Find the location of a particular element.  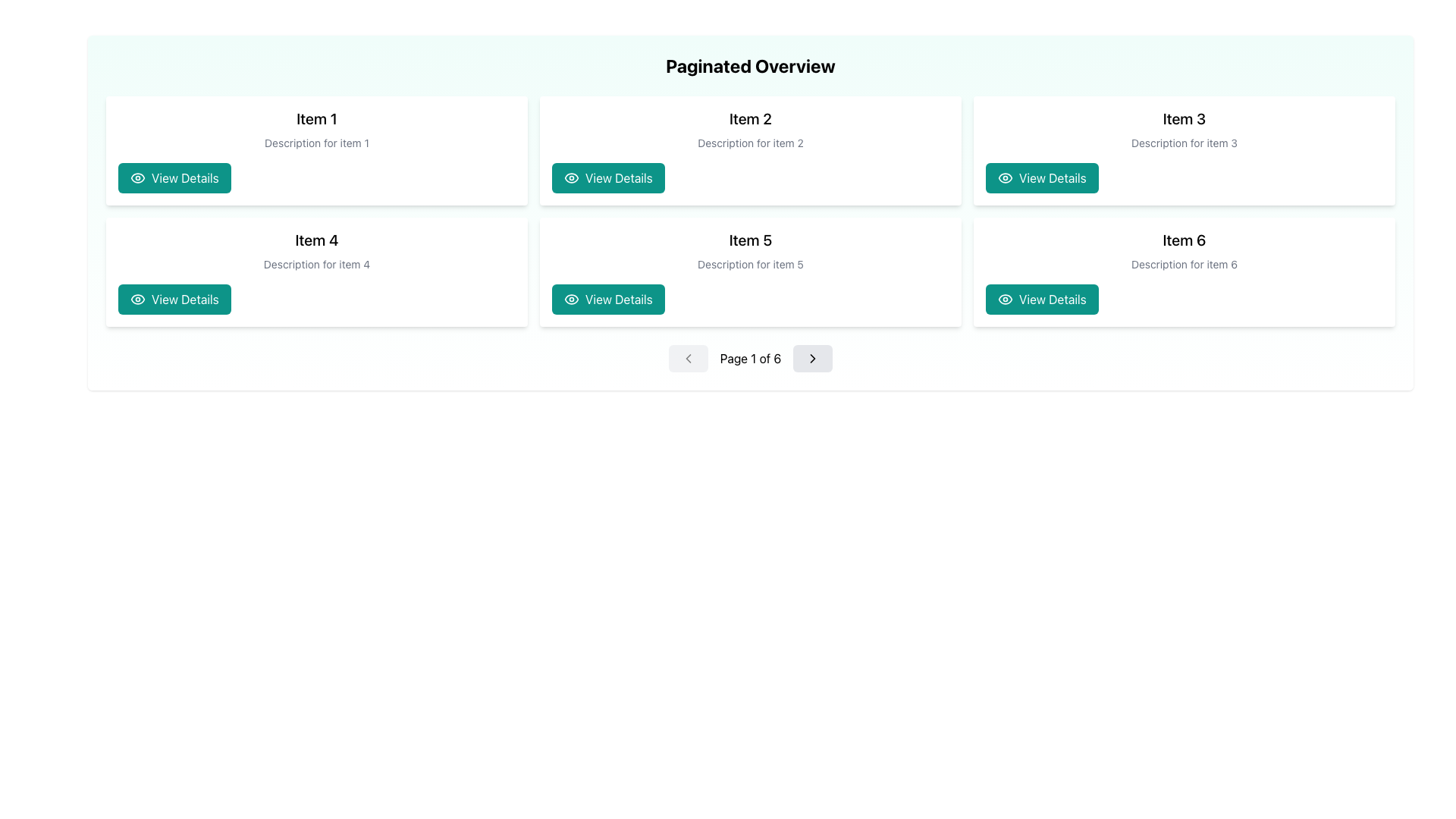

the text element styled in a small font size and gray color, located under the title 'Item 6' in the card component is located at coordinates (1183, 263).